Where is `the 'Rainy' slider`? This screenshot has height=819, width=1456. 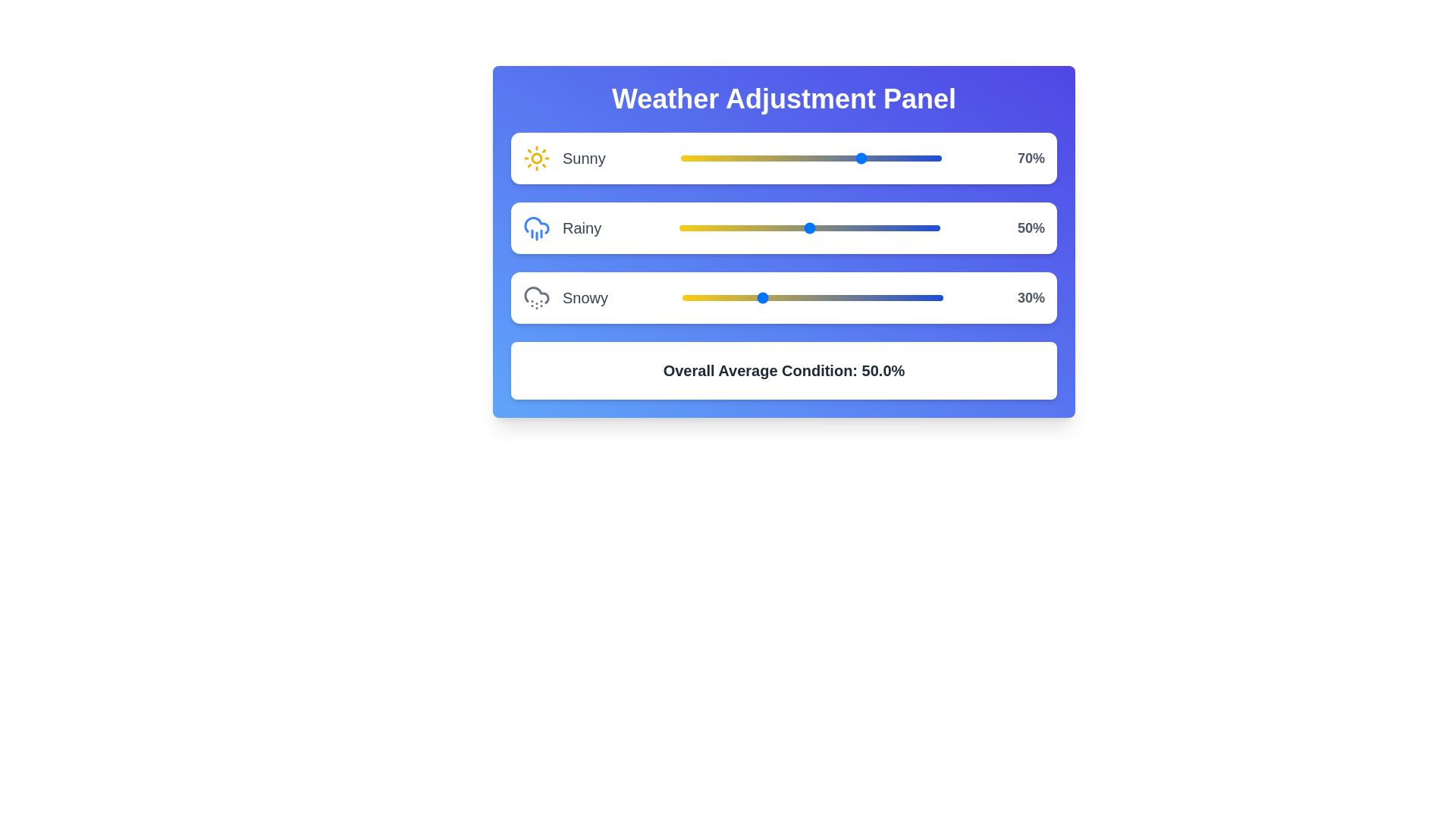
the 'Rainy' slider is located at coordinates (790, 227).